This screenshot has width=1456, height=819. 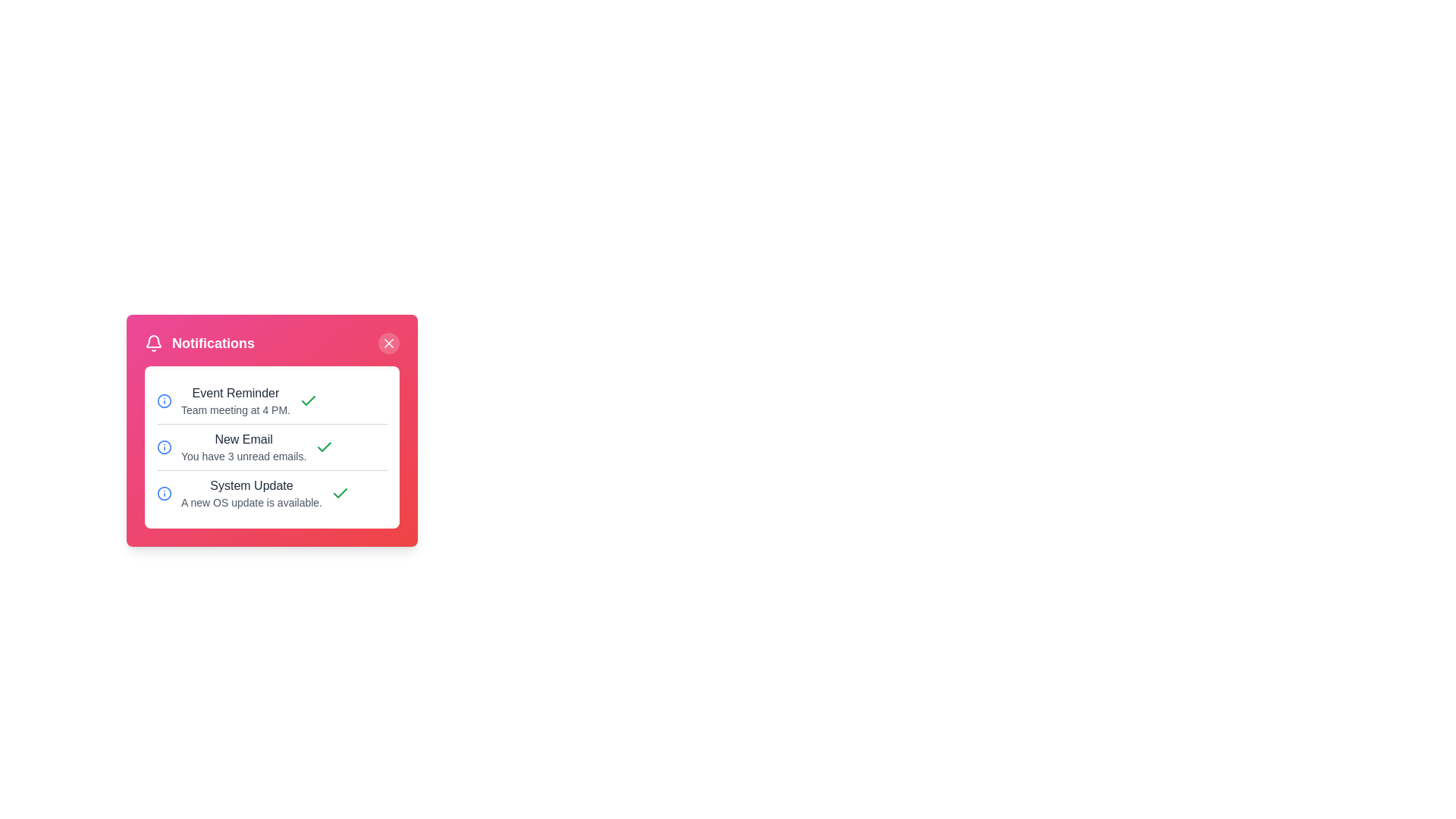 What do you see at coordinates (389, 343) in the screenshot?
I see `the Close button, a circular button with a light white background and an 'X' icon, located in the top-right corner of the Notifications card` at bounding box center [389, 343].